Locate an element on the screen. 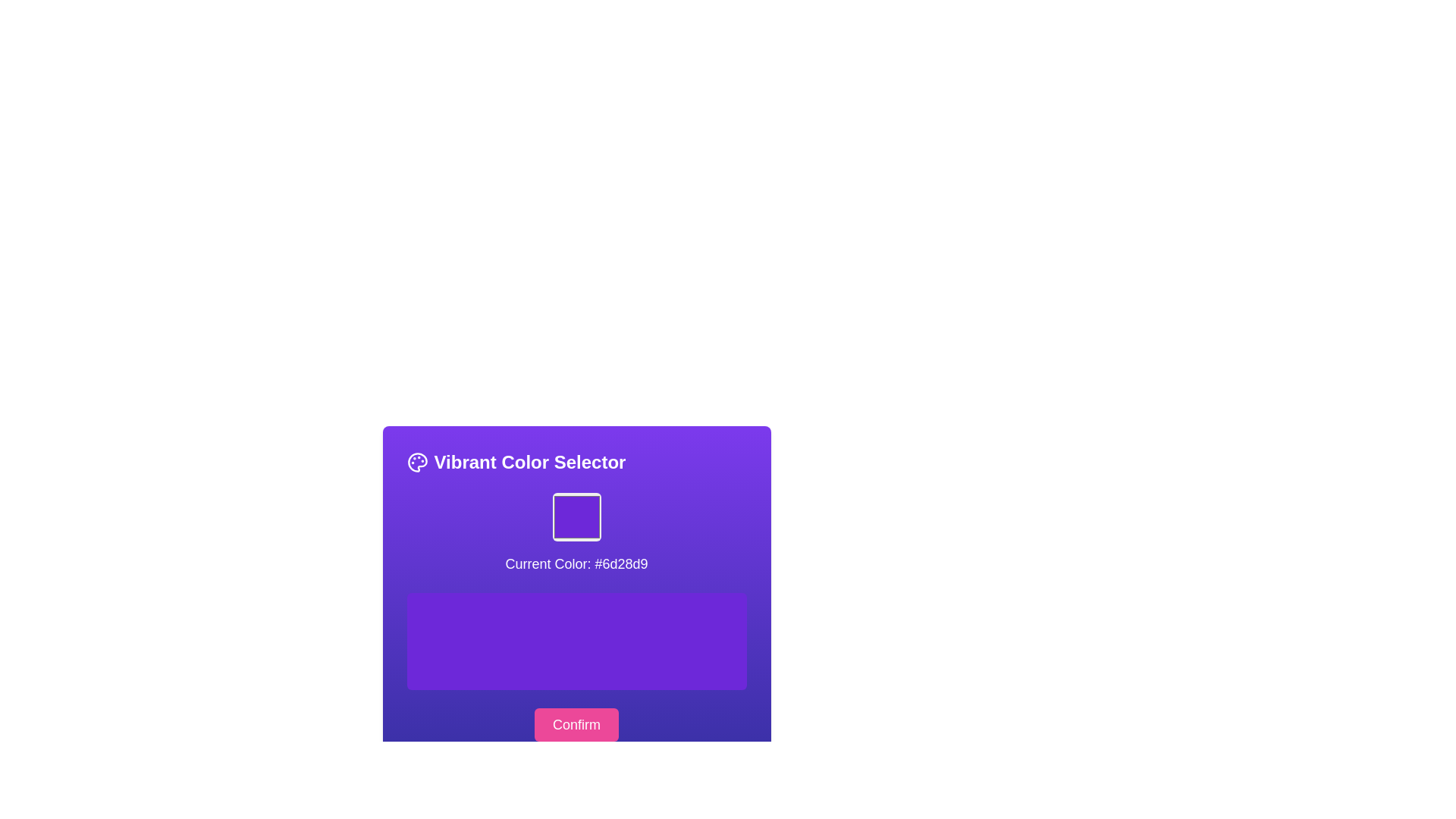  the palette icon located in the top left area of the 'Vibrant Color Selector' card's header section, adjacent to the title is located at coordinates (417, 461).